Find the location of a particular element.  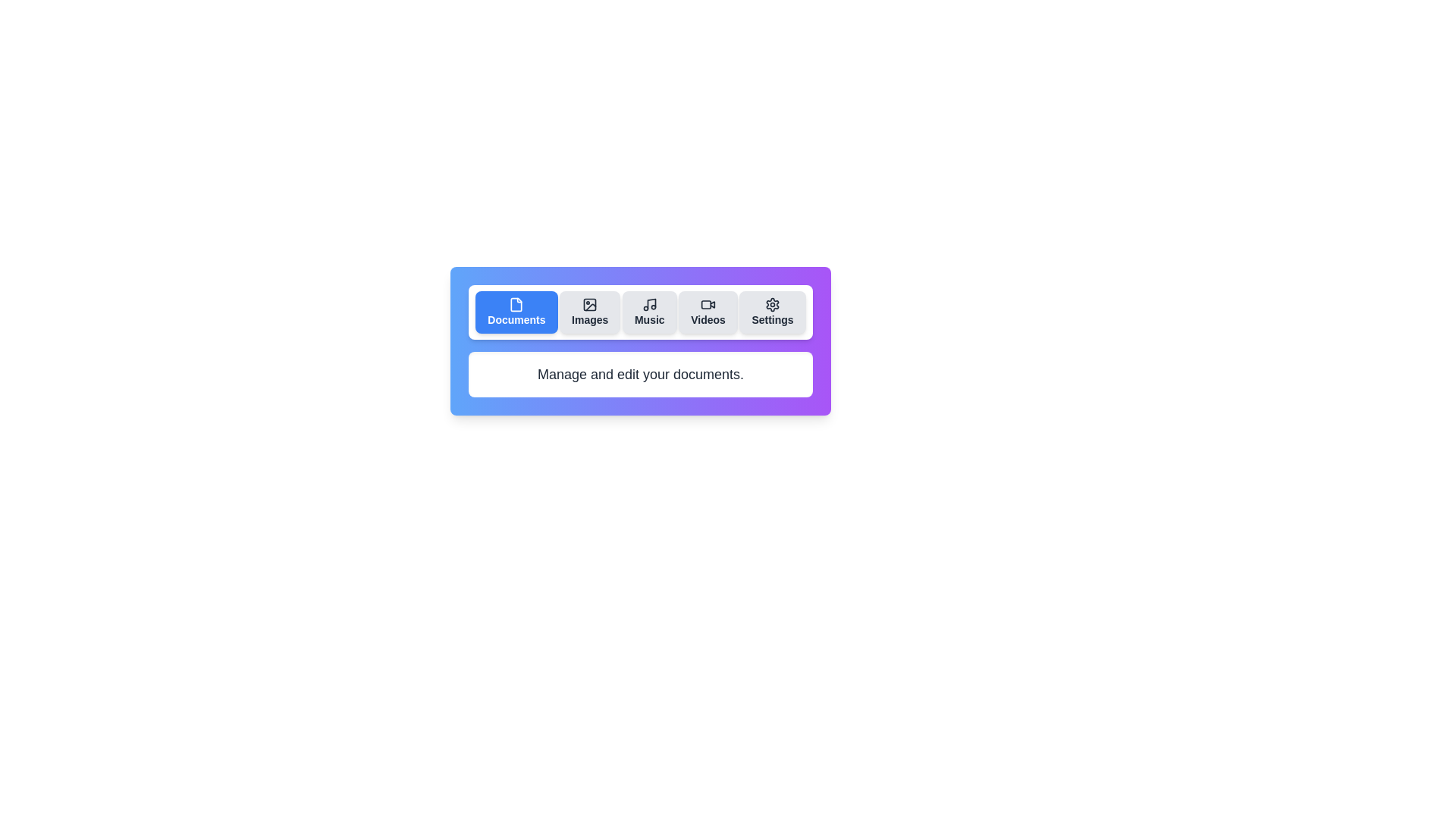

the tab labeled Music is located at coordinates (649, 312).